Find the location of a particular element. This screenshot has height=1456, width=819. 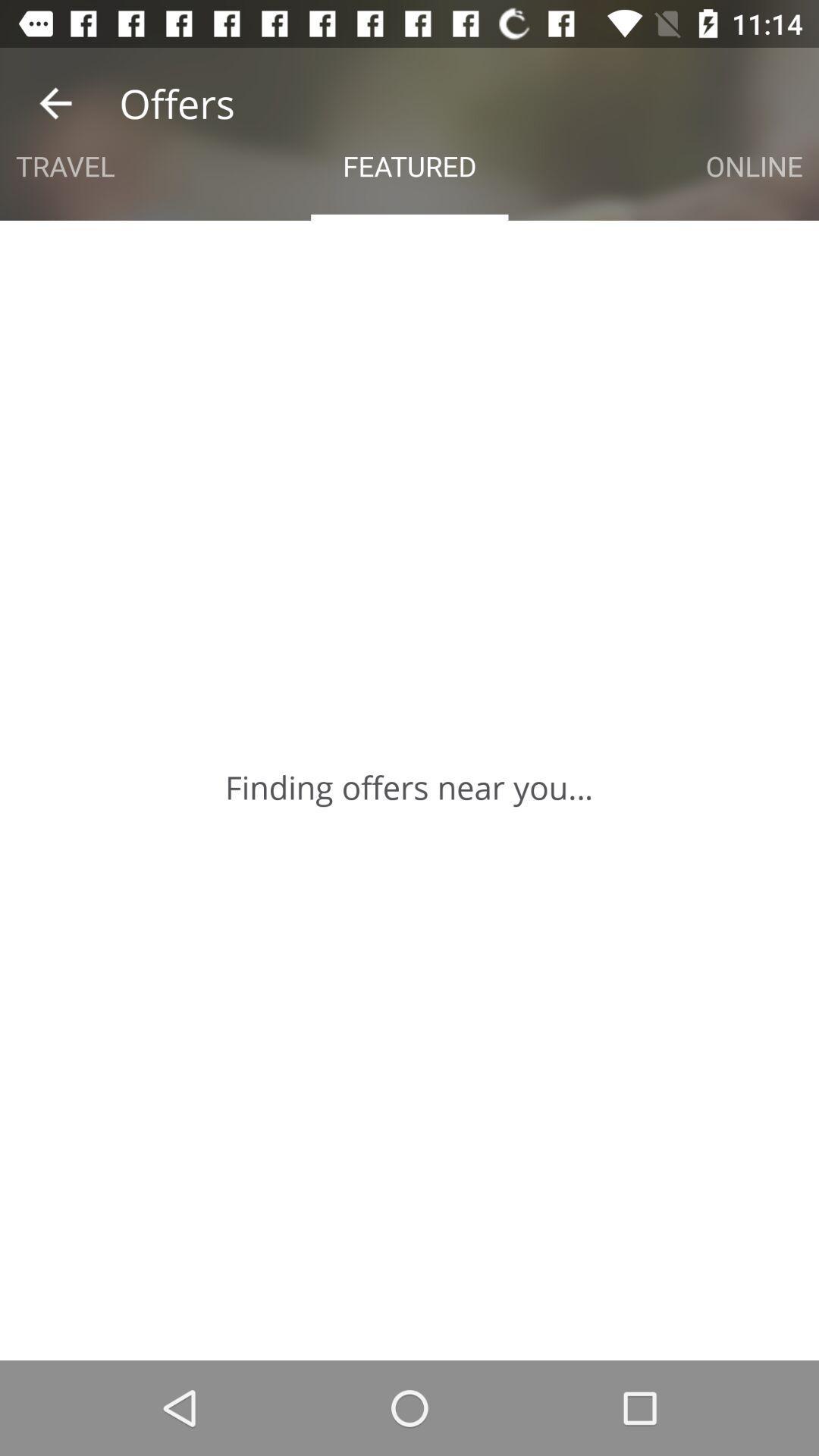

app next to the featured icon is located at coordinates (64, 166).